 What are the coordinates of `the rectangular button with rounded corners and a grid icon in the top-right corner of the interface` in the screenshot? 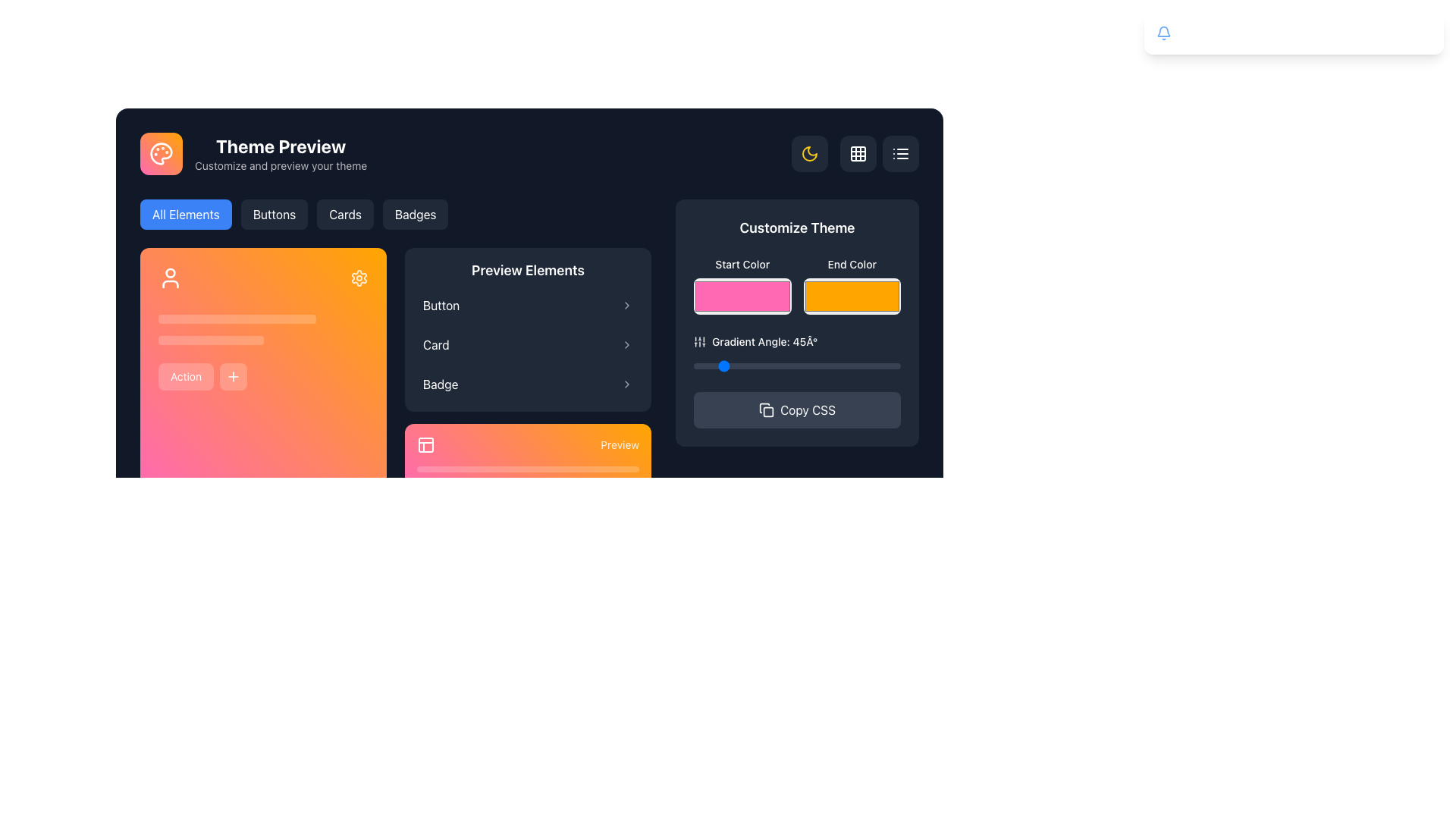 It's located at (855, 154).